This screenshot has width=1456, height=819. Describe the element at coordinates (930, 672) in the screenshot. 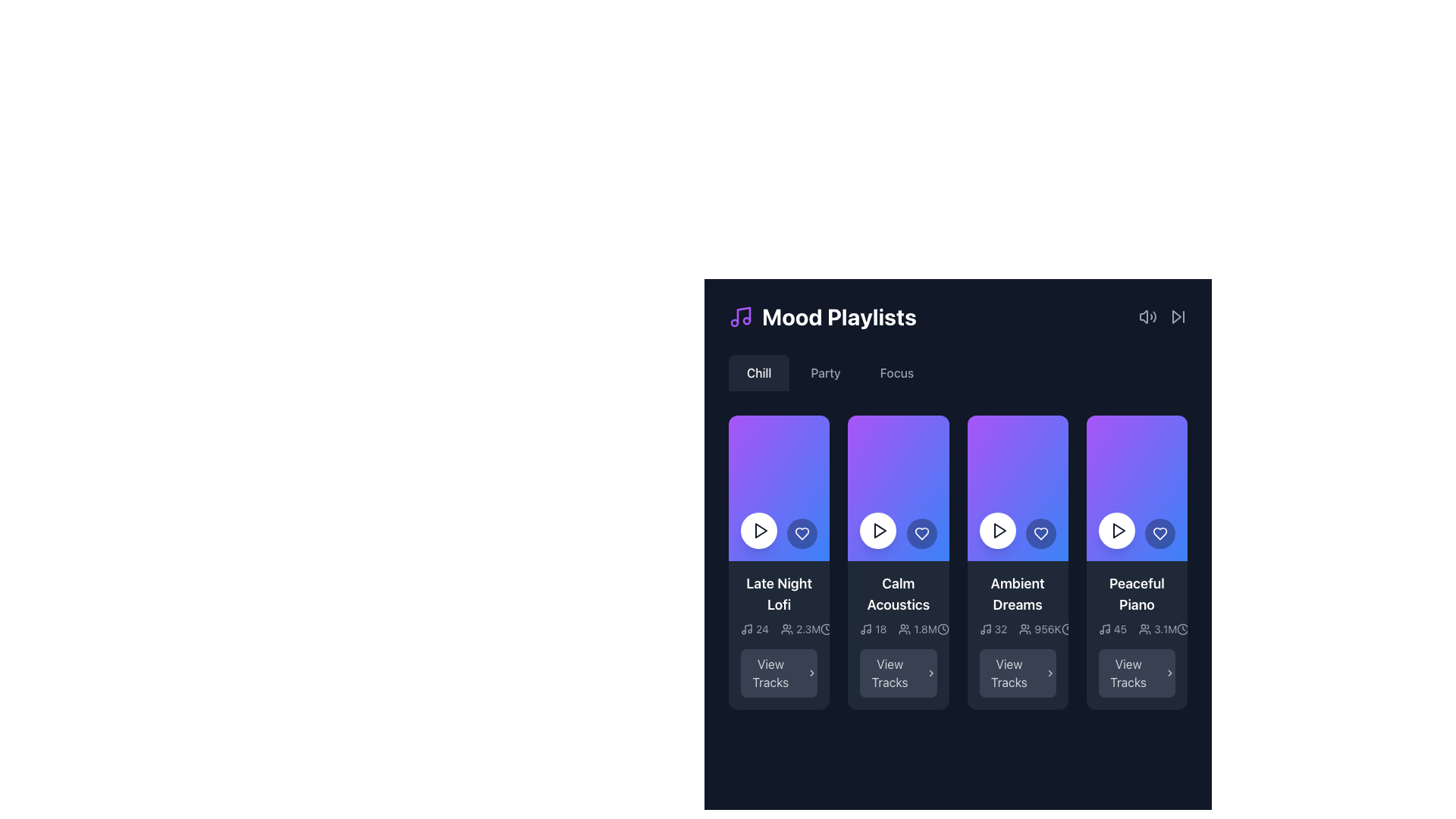

I see `the chevron icon on the 'View Tracks' button` at that location.